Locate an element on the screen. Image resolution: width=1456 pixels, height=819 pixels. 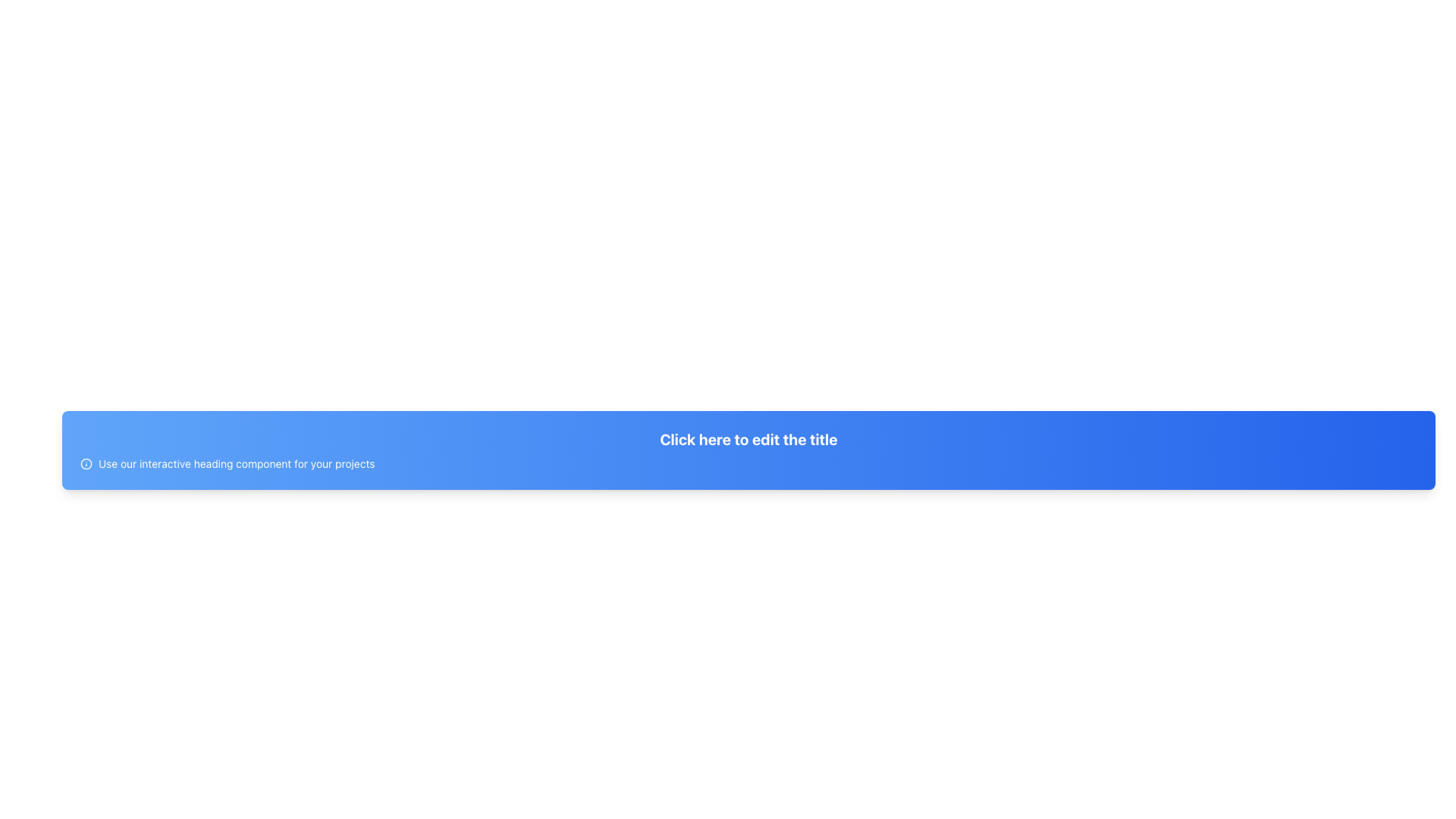
the title text display that says 'Click here to edit the title' is located at coordinates (748, 439).